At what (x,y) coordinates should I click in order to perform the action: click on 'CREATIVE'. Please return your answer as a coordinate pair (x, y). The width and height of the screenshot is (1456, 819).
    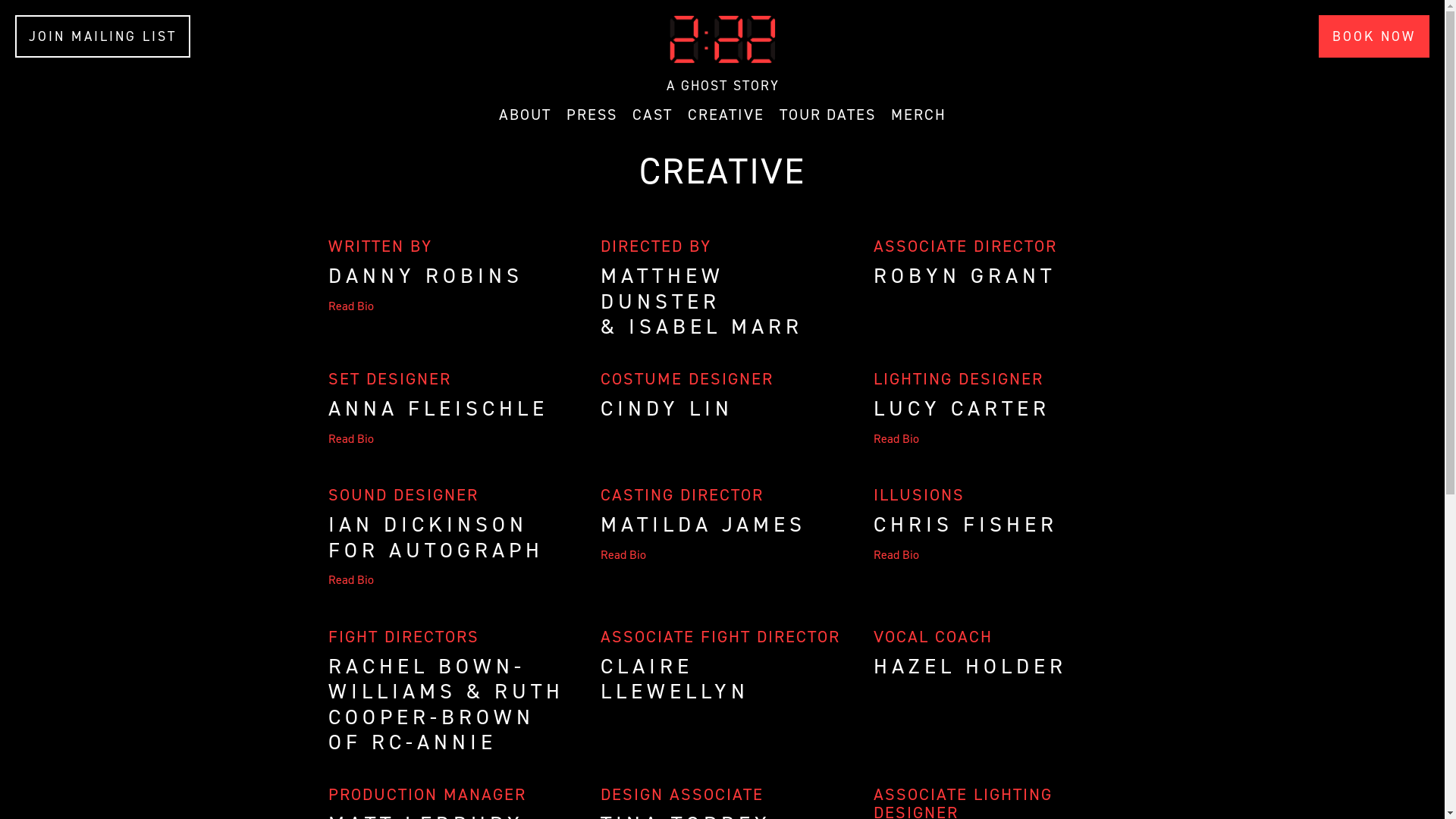
    Looking at the image, I should click on (724, 113).